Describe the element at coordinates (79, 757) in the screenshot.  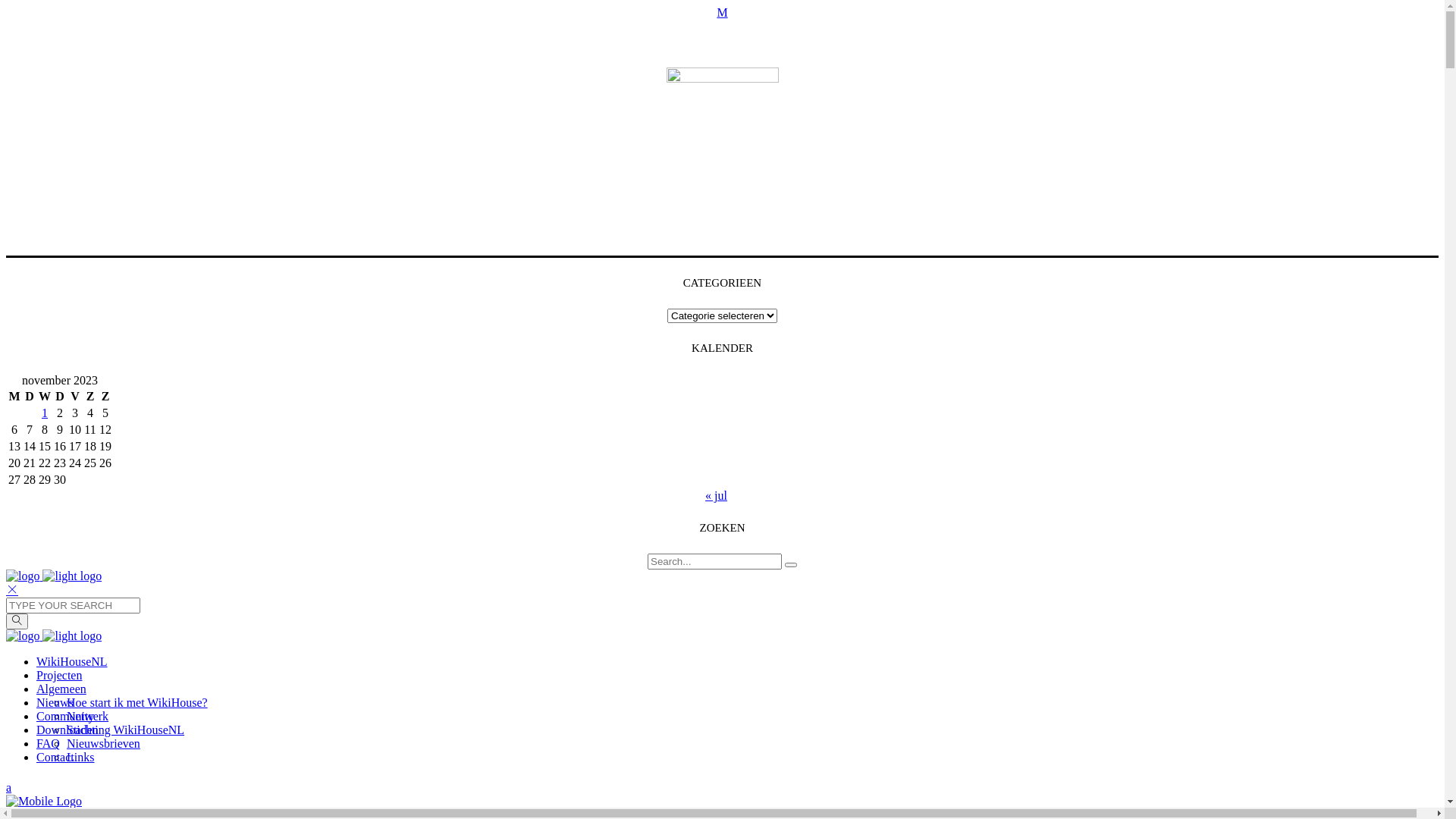
I see `'Links'` at that location.